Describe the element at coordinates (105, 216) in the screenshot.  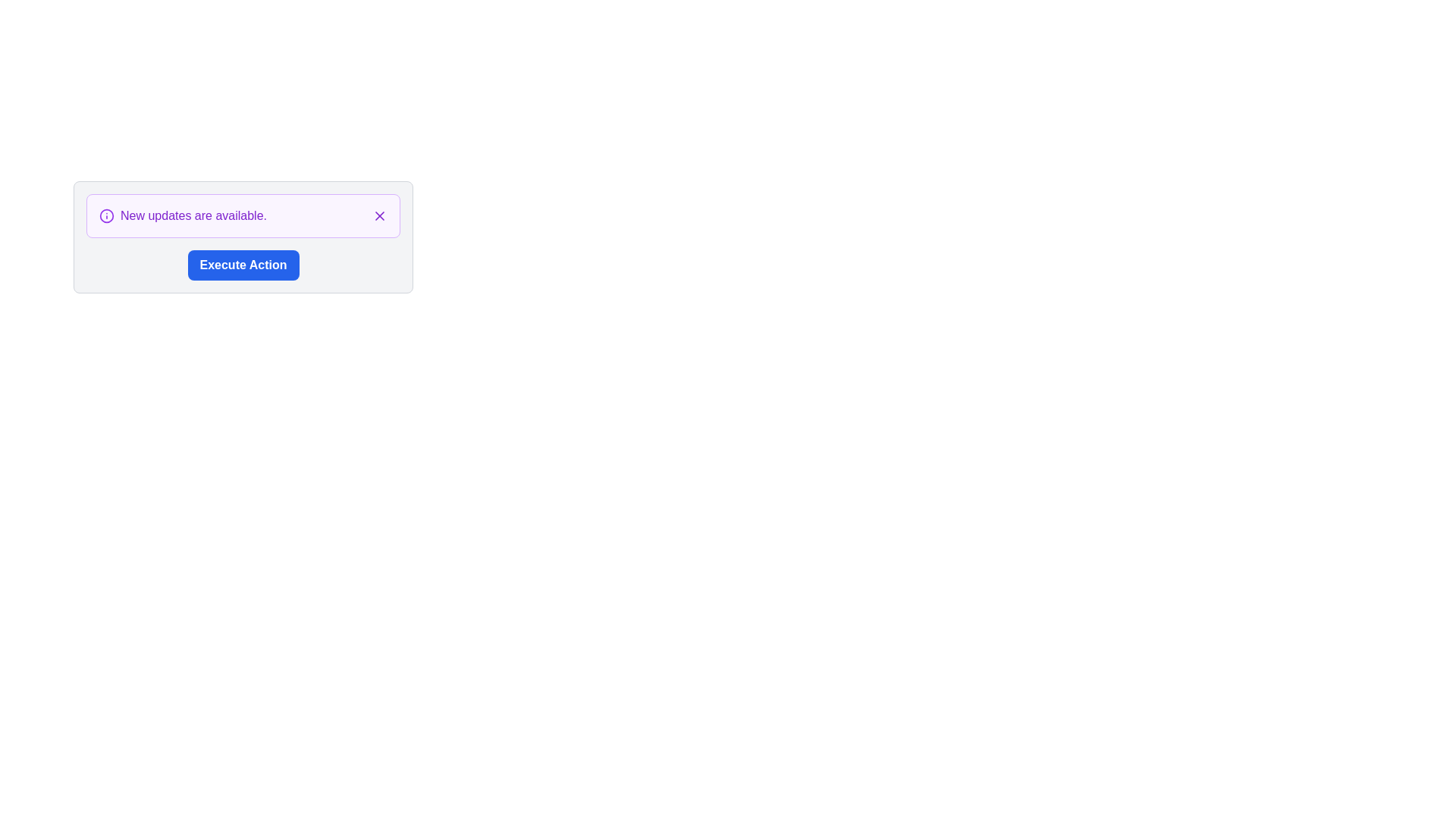
I see `the circular graphical indicator with a purple outline that symbolizes an information notification, located to the left of the text 'New updates are available.'` at that location.